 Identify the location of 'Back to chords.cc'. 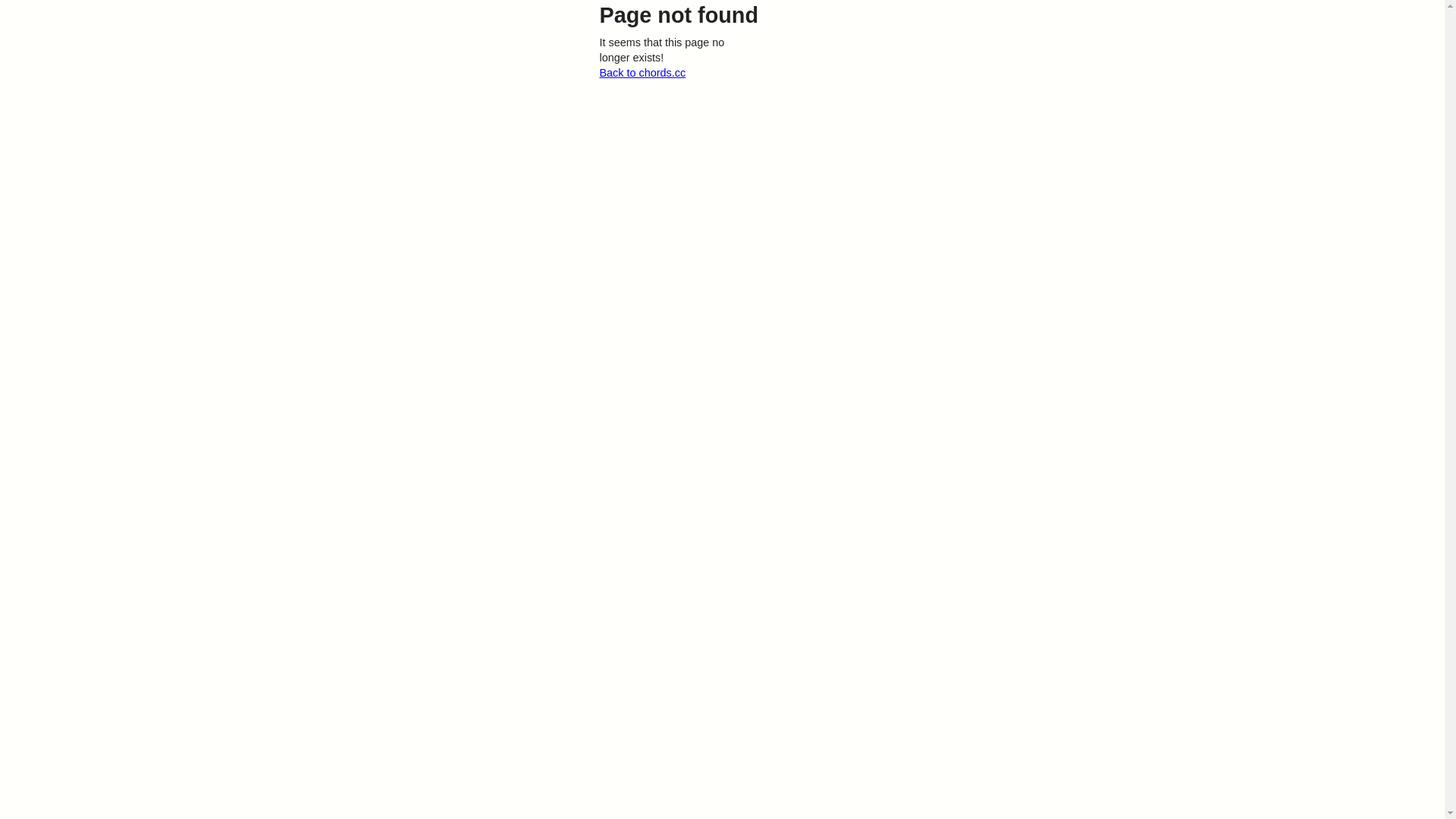
(642, 73).